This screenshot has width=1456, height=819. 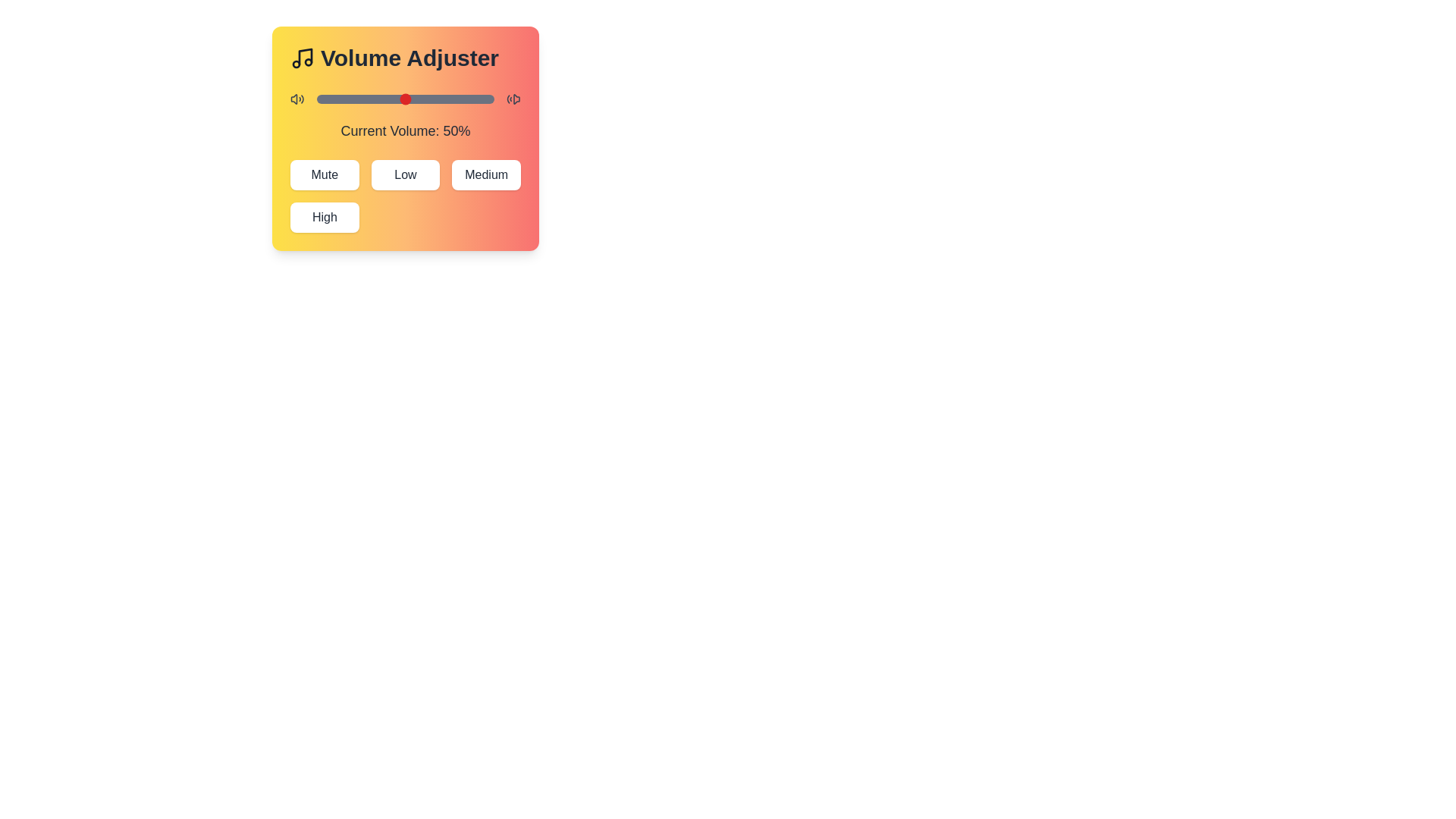 What do you see at coordinates (302, 58) in the screenshot?
I see `the decorative icon music_note` at bounding box center [302, 58].